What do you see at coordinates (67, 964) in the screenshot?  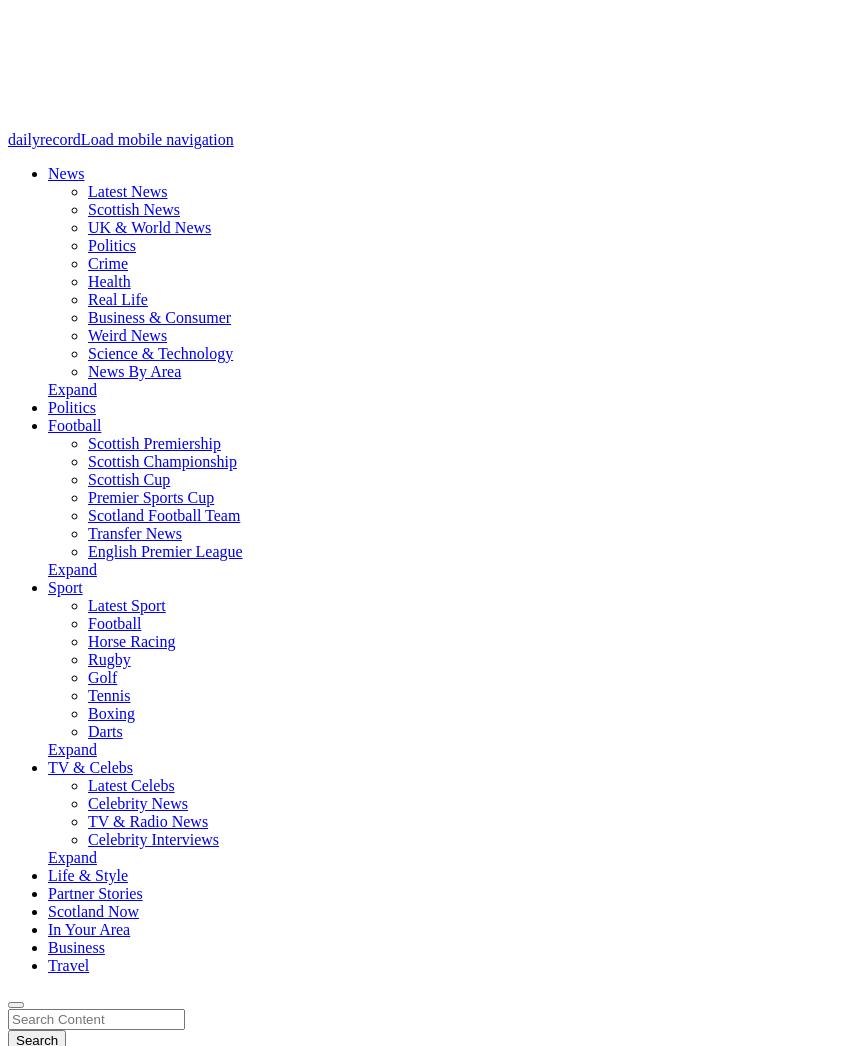 I see `'Travel'` at bounding box center [67, 964].